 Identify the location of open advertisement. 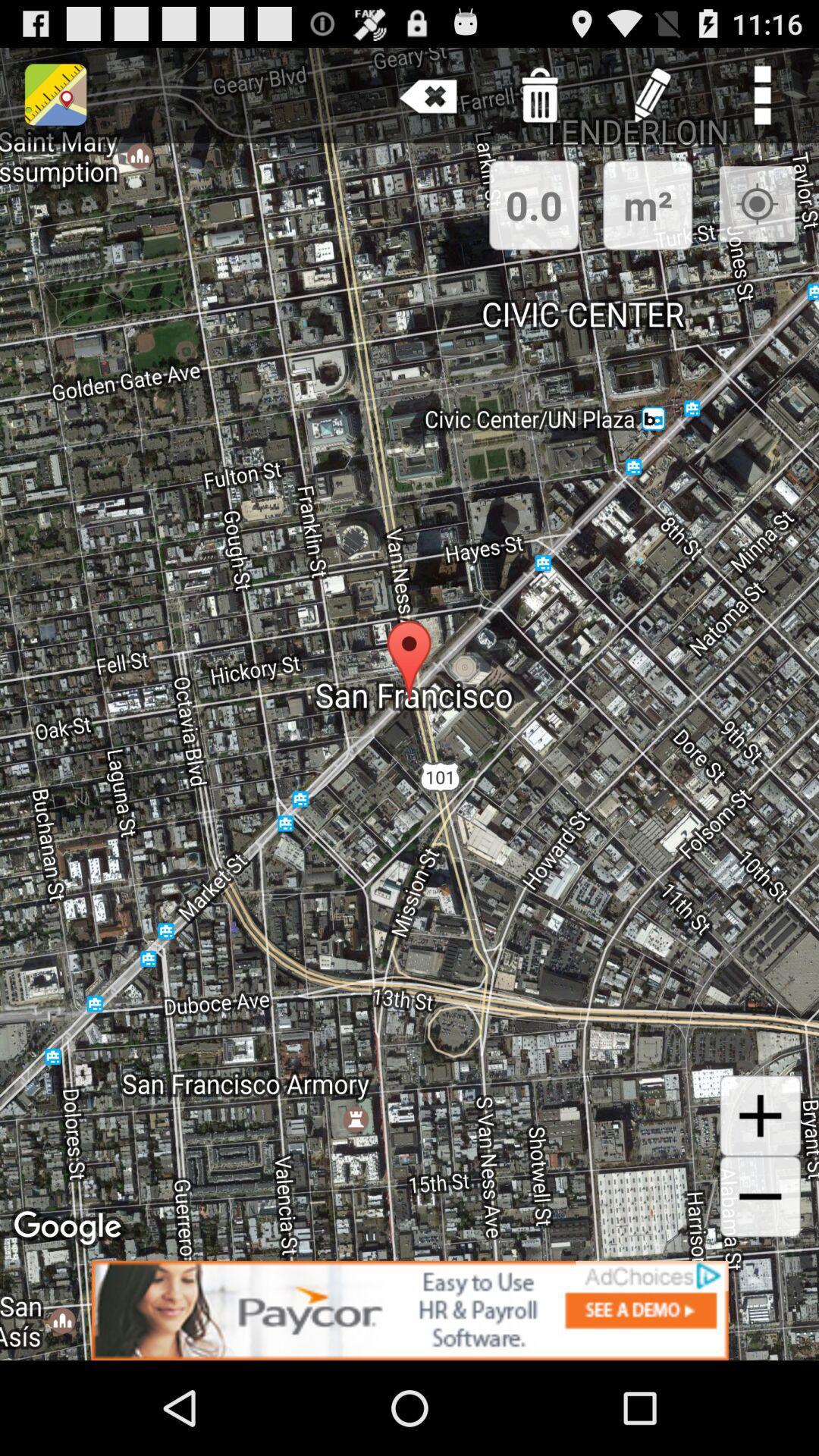
(409, 1310).